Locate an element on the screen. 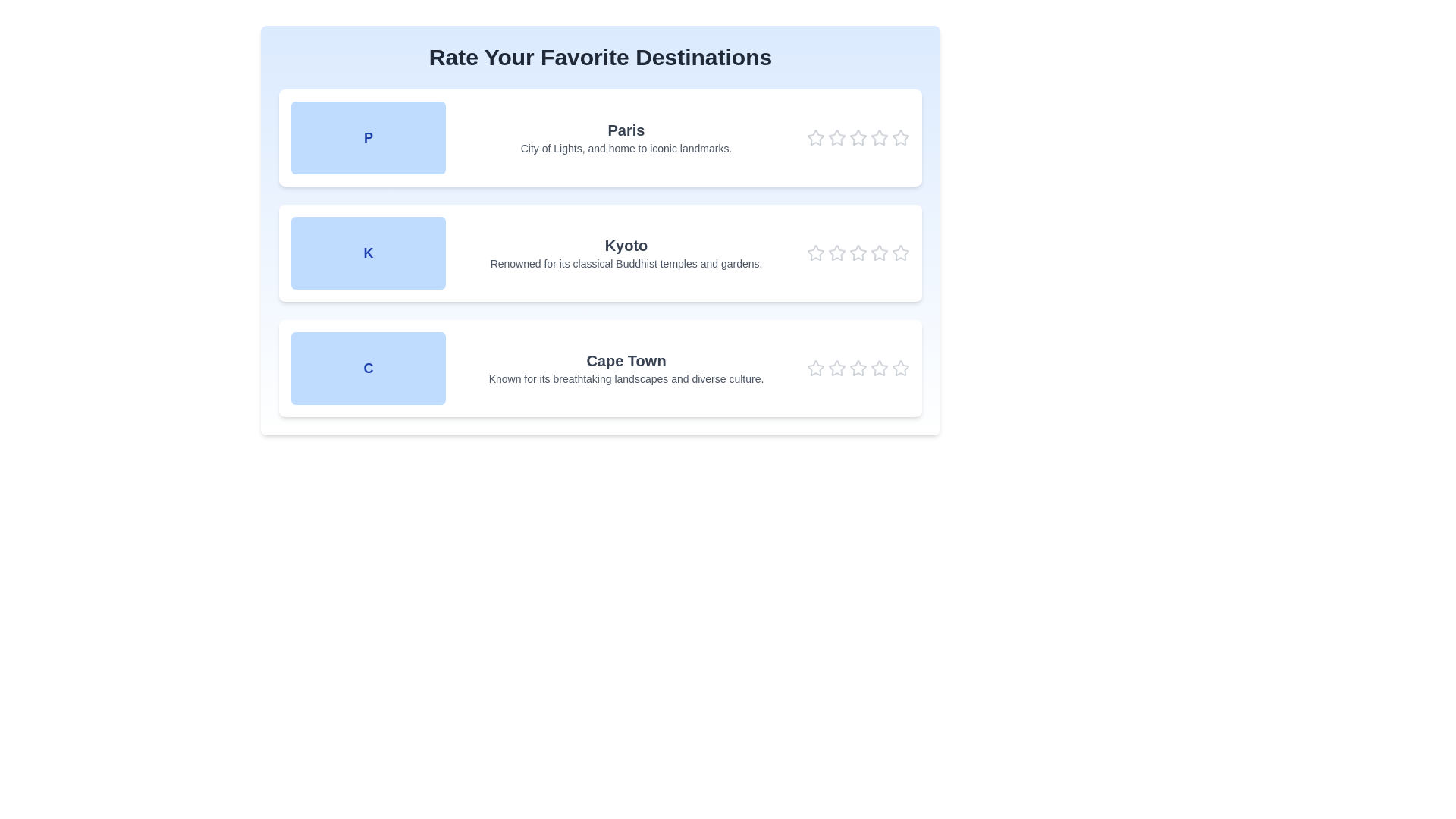 The image size is (1456, 819). the third star icon in the rating section for 'Paris' is located at coordinates (858, 137).